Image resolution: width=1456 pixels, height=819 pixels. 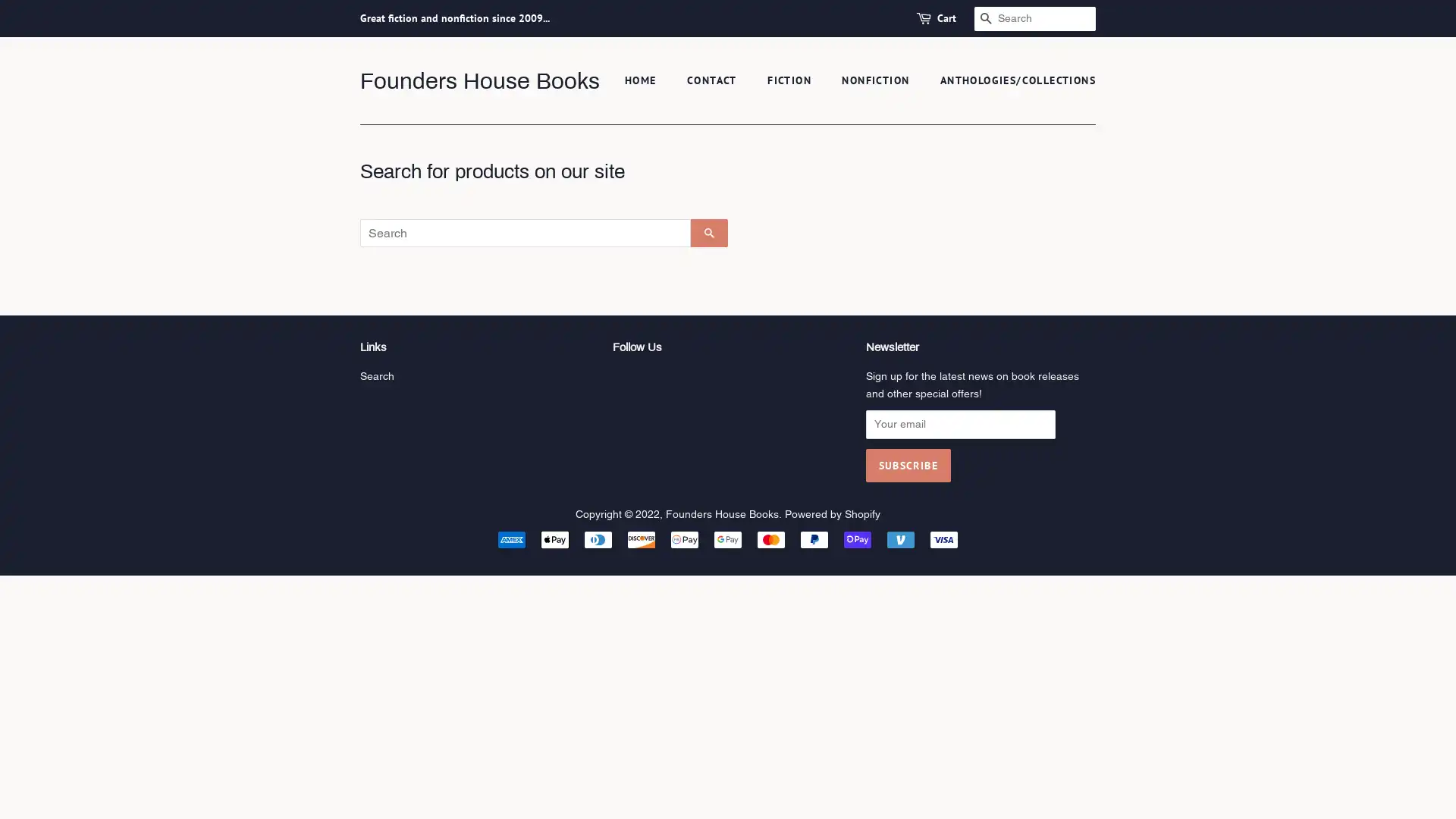 What do you see at coordinates (708, 233) in the screenshot?
I see `SEARCH` at bounding box center [708, 233].